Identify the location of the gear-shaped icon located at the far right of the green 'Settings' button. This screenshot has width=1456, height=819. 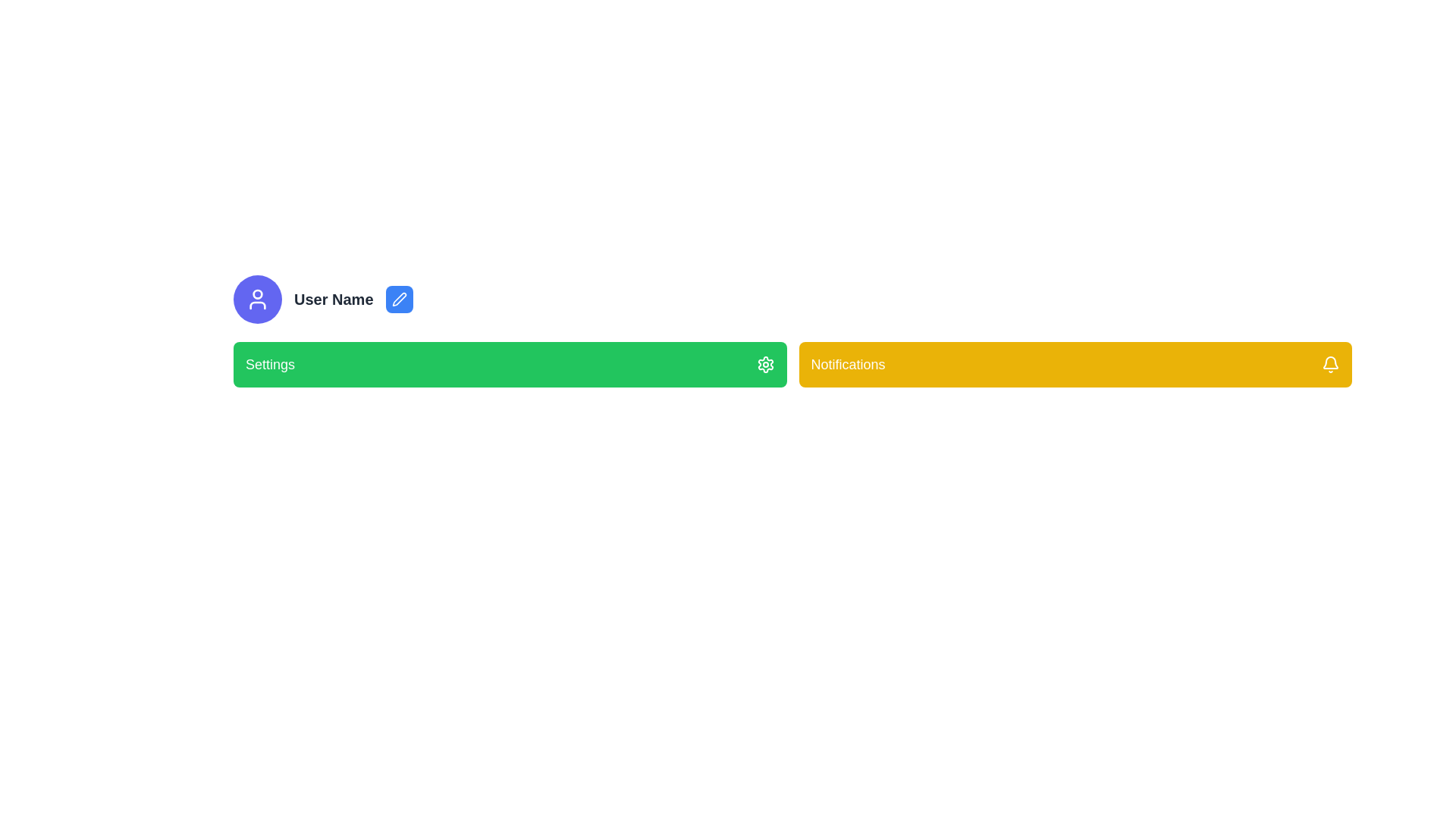
(765, 365).